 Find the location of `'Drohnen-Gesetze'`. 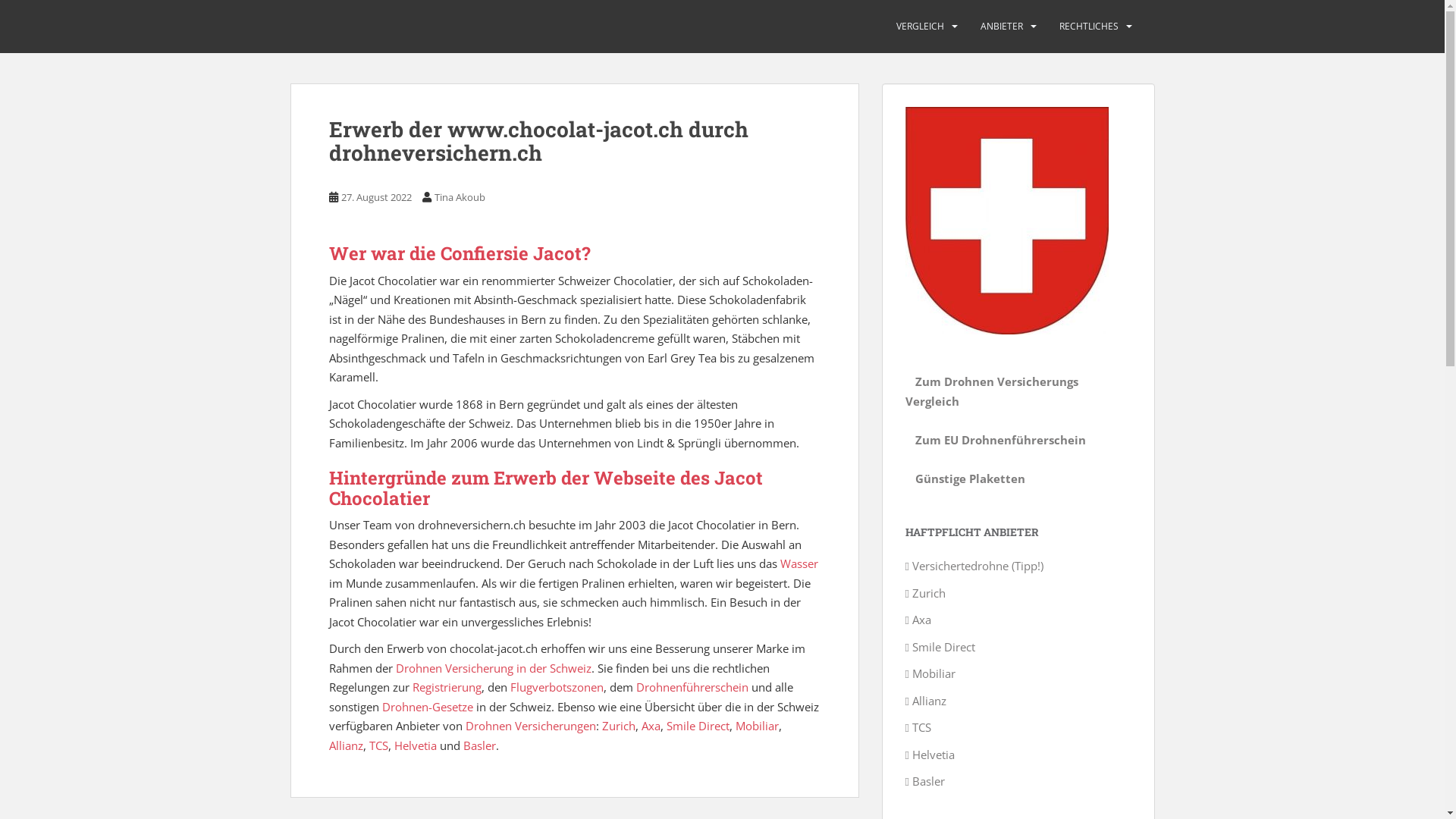

'Drohnen-Gesetze' is located at coordinates (427, 707).